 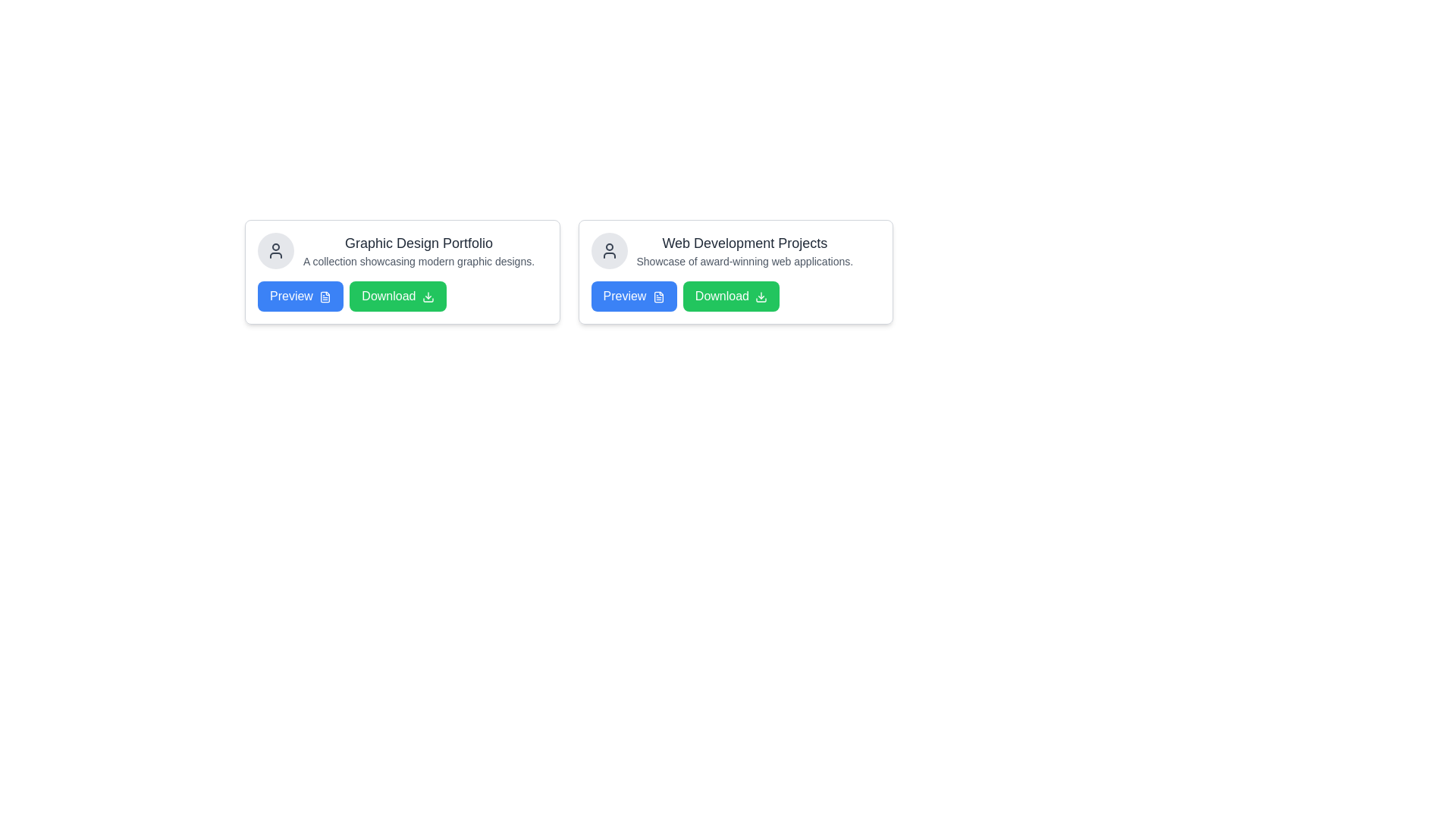 I want to click on the text element titled 'Graphic Design Portfolio' with the subtitle 'A collection showcasing modern graphic designs', which is located in the first card from the left in a series of two cards, so click(x=419, y=250).